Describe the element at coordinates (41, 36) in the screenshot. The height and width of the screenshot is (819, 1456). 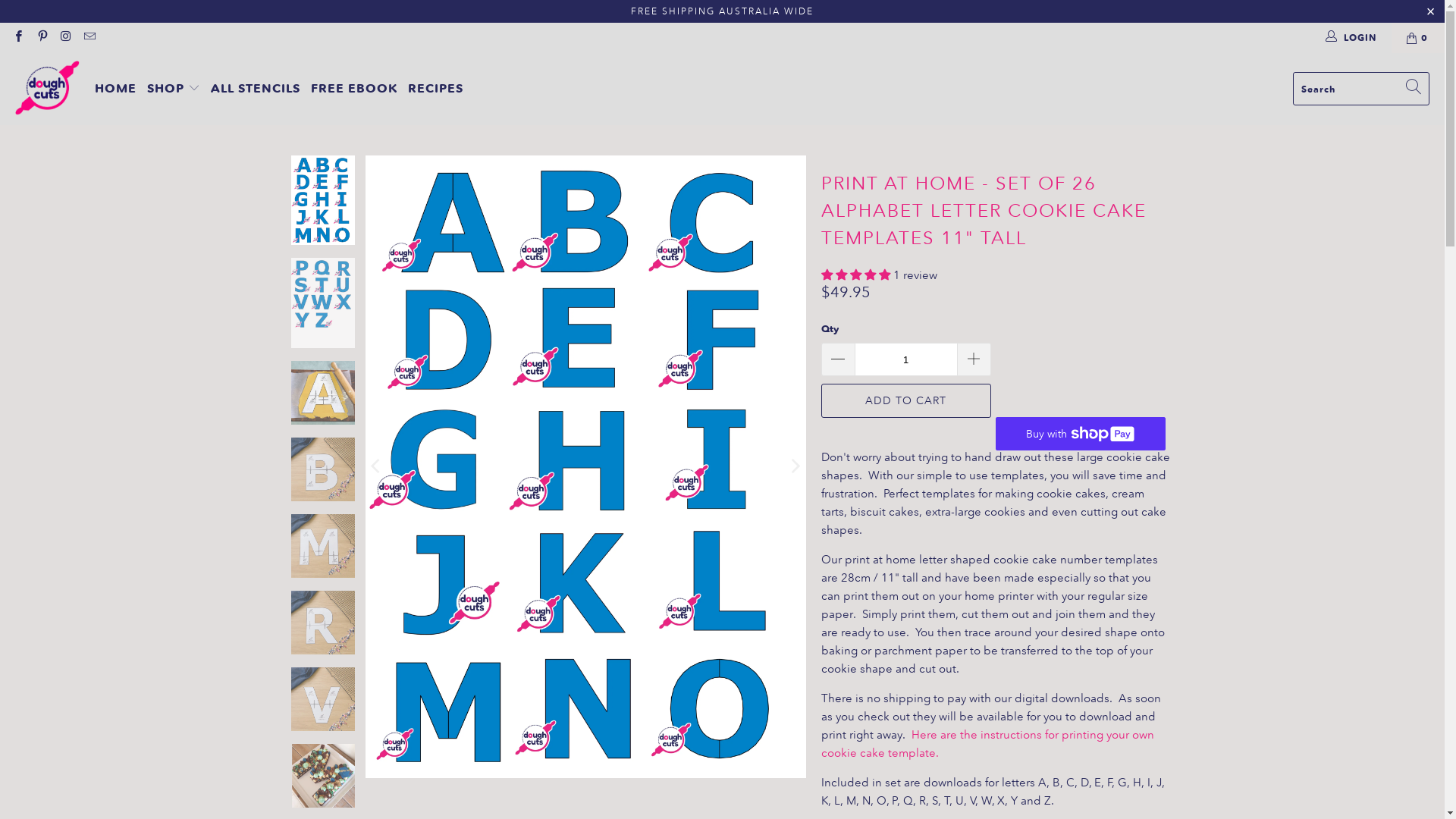
I see `'DoughCuts on Pinterest'` at that location.